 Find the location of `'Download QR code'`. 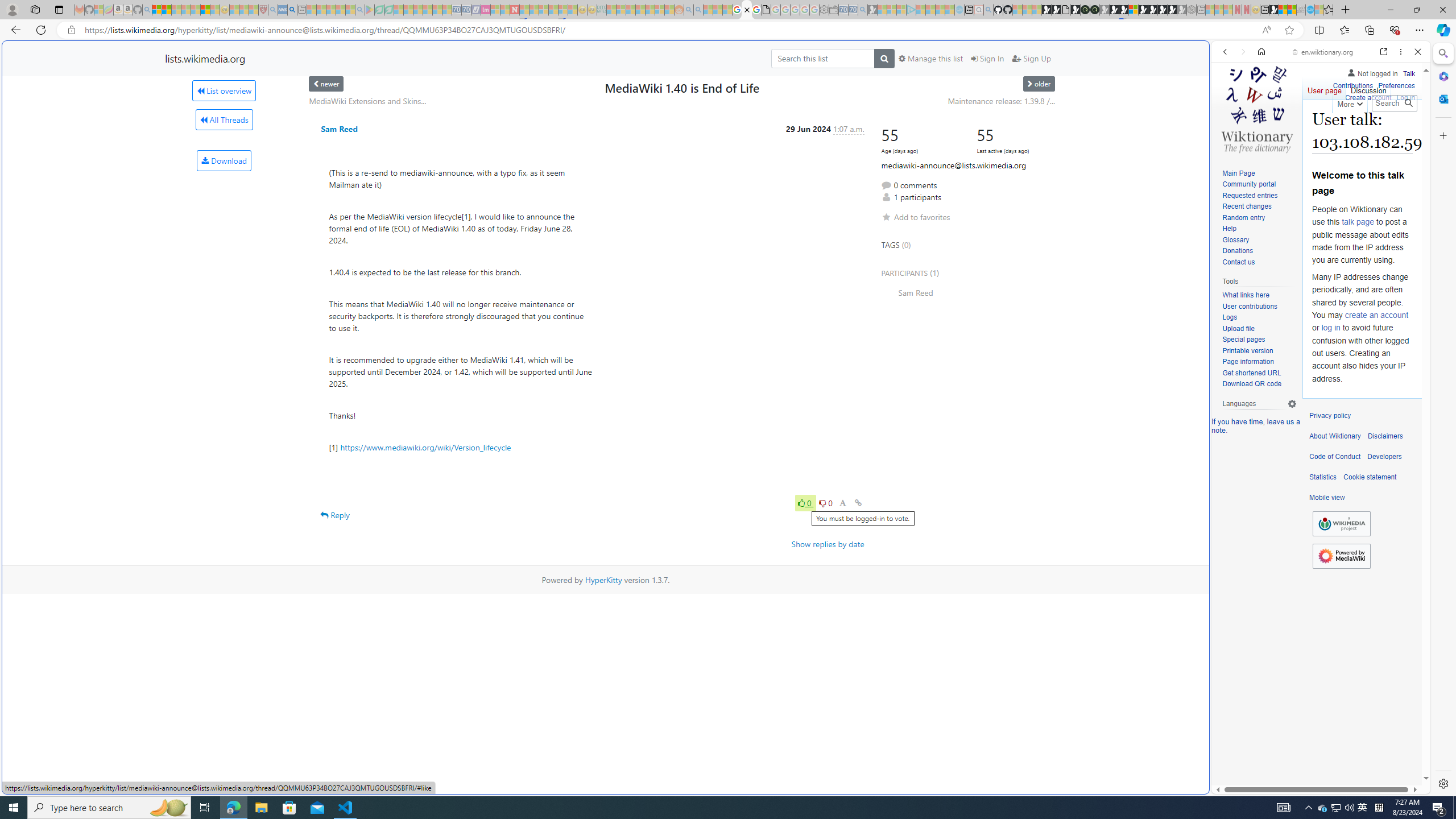

'Download QR code' is located at coordinates (1259, 383).